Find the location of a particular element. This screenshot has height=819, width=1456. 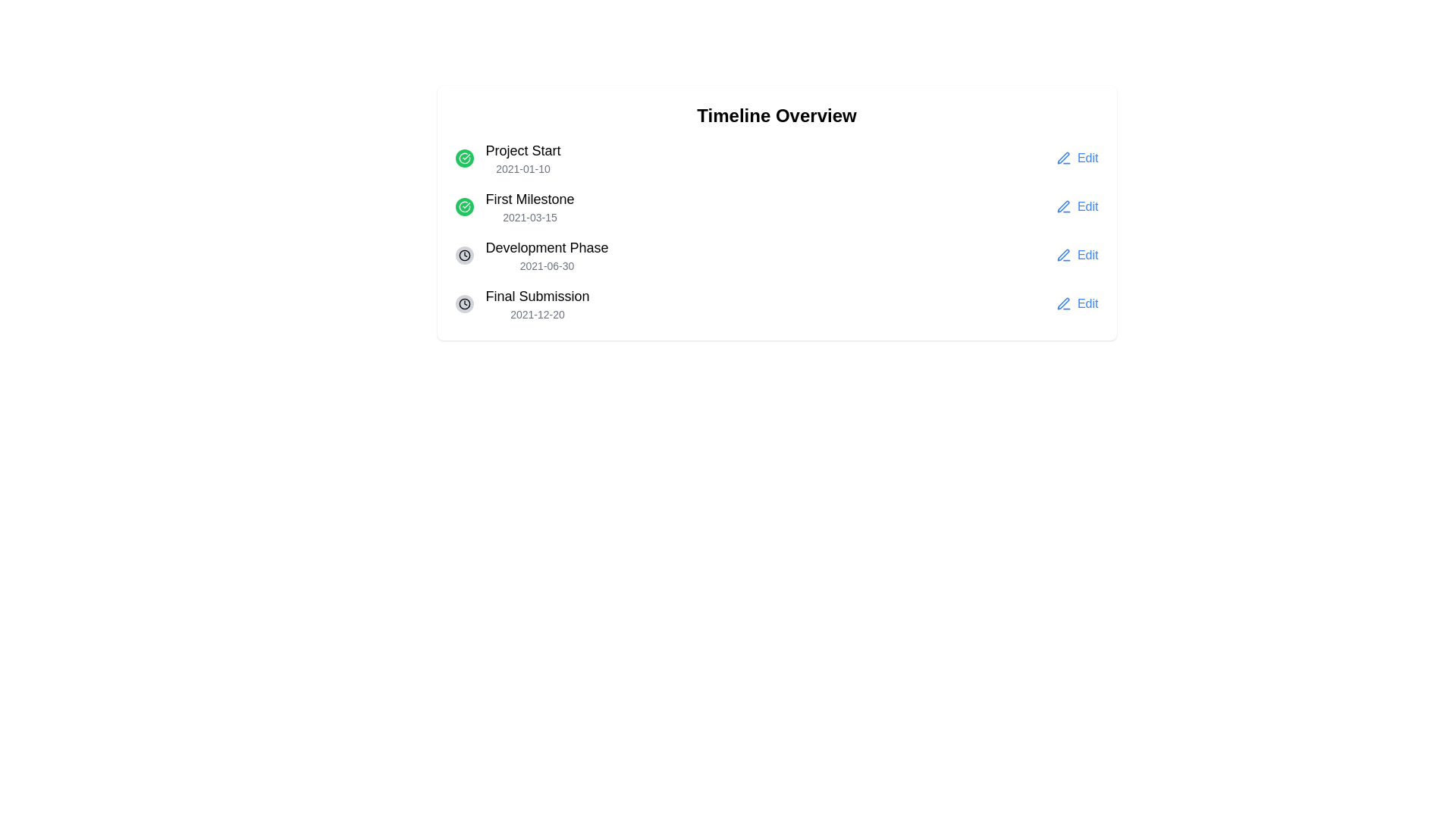

the icon that indicates temporal progress next to the 'Development Phase' milestone in the timeline overview is located at coordinates (463, 254).